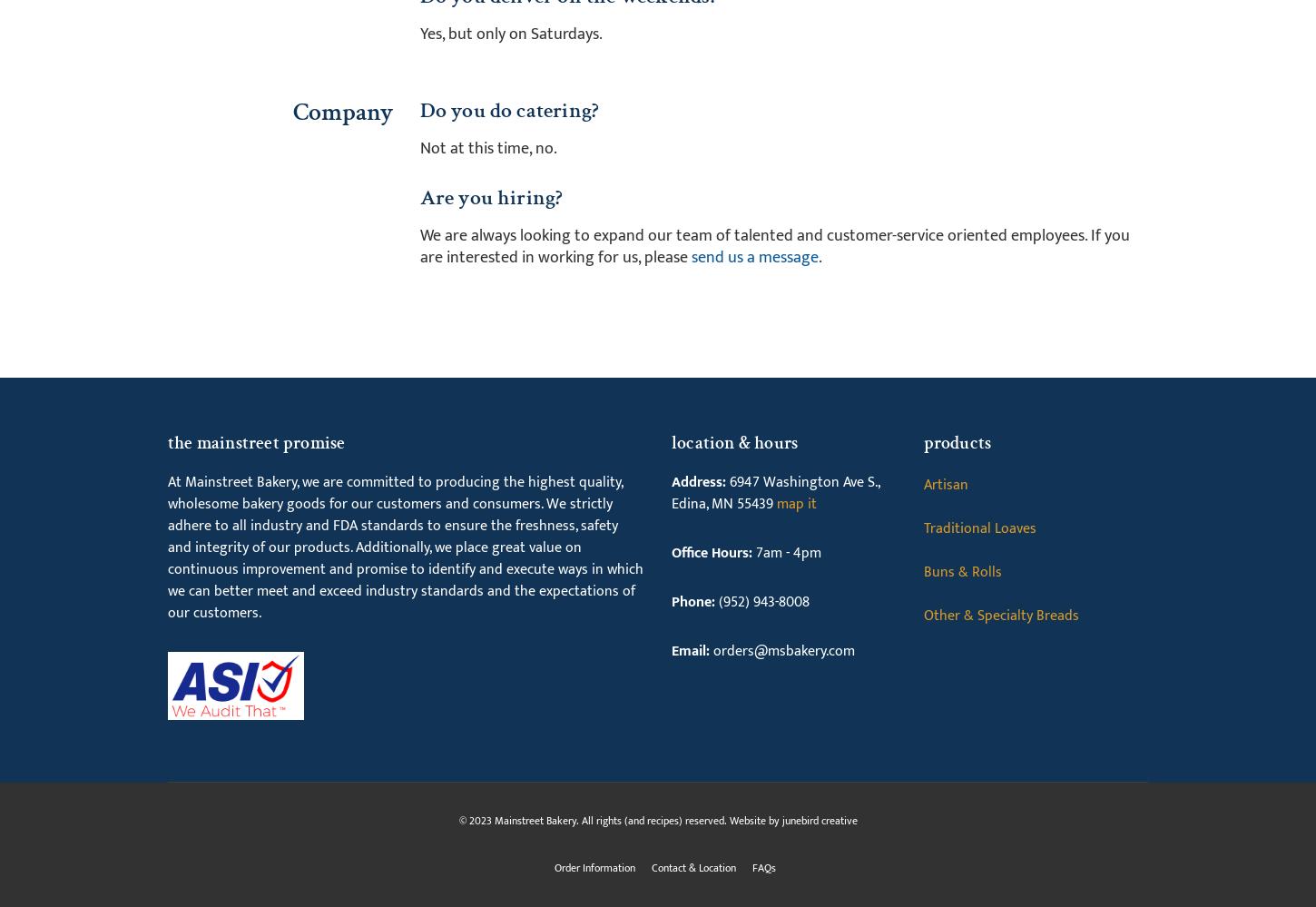  What do you see at coordinates (999, 615) in the screenshot?
I see `'Other & Specialty Breads'` at bounding box center [999, 615].